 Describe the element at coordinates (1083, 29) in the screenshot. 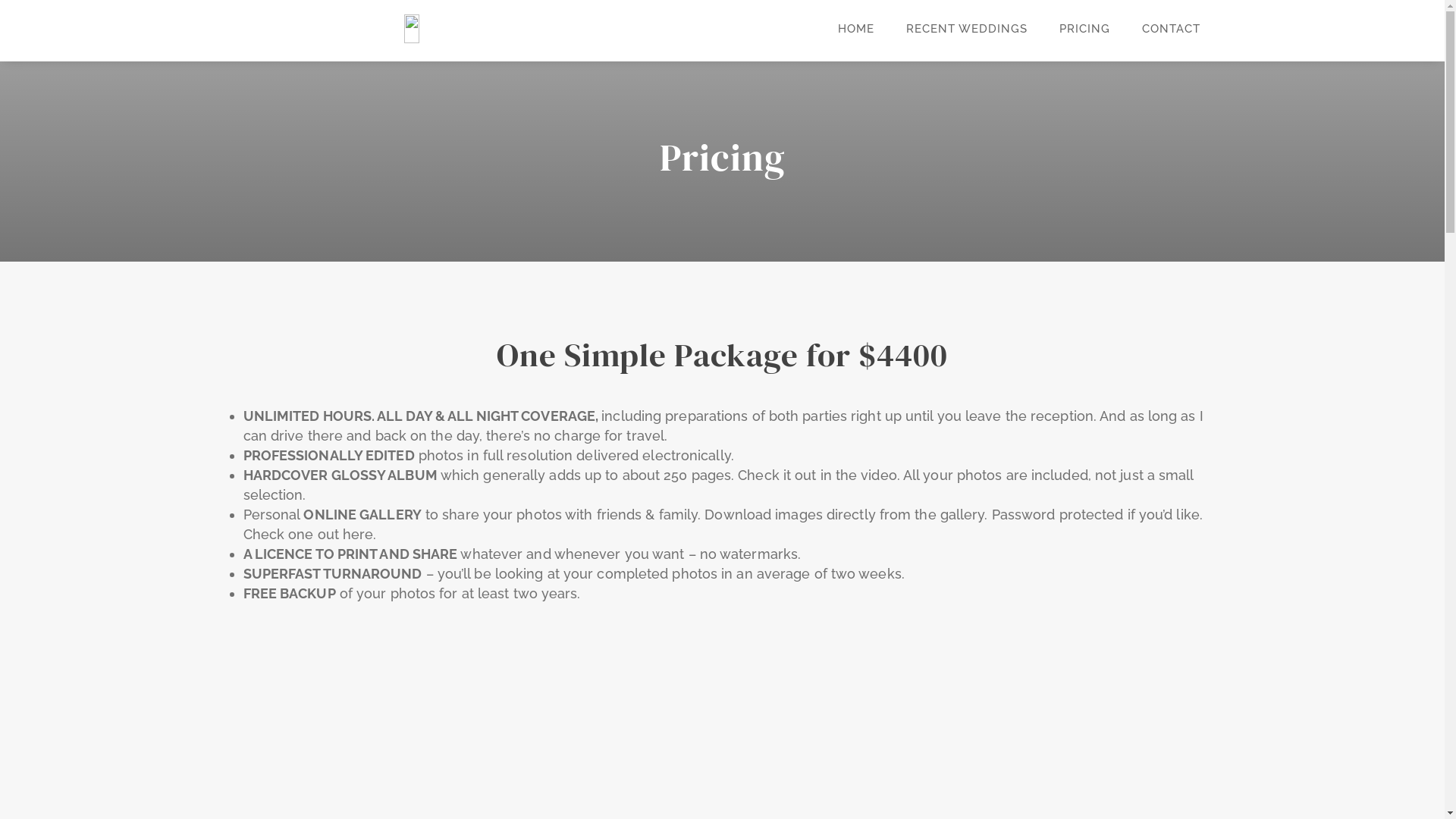

I see `'PRICING'` at that location.